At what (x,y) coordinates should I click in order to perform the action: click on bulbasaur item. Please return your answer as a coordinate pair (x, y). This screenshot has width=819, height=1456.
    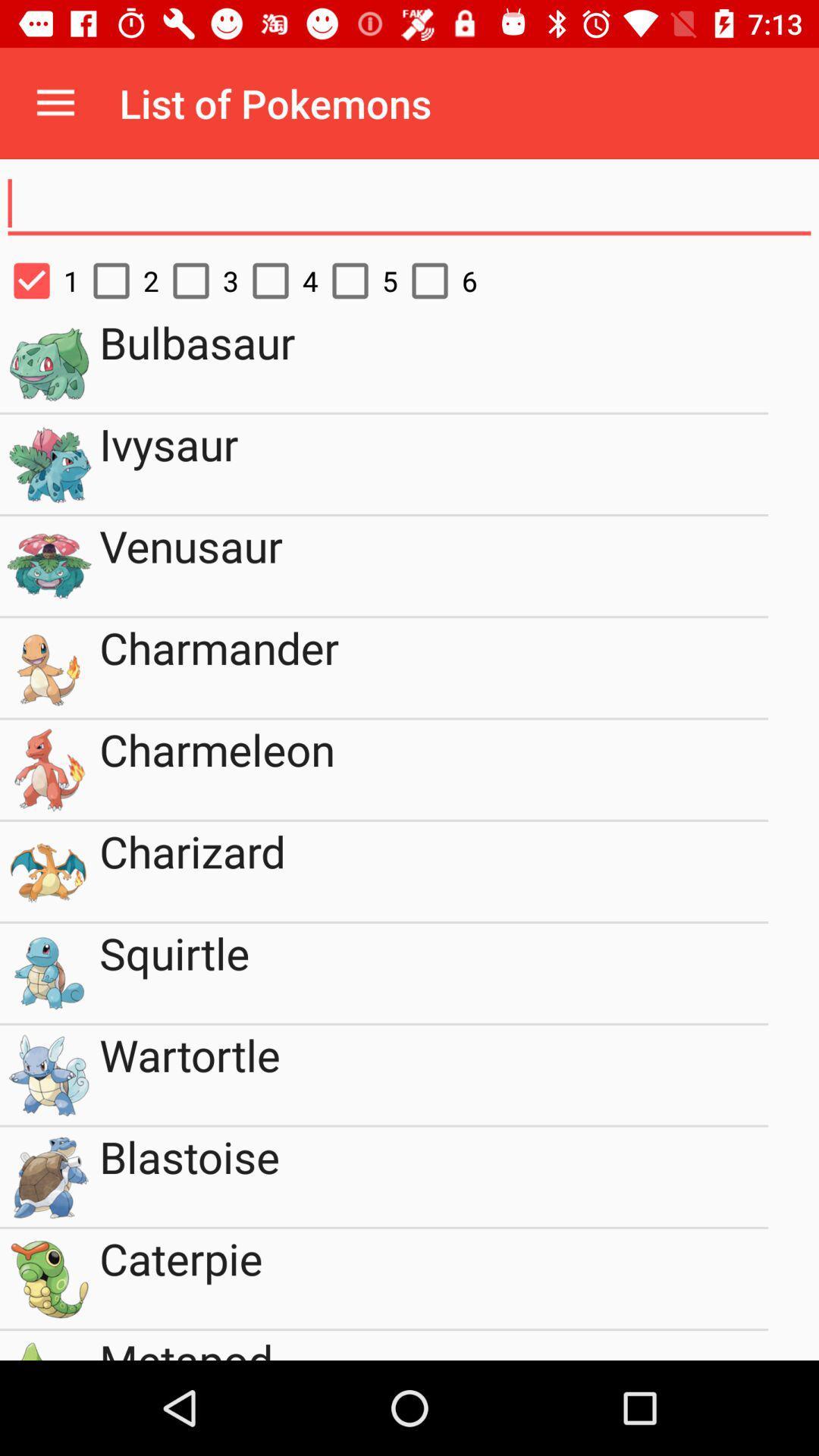
    Looking at the image, I should click on (434, 362).